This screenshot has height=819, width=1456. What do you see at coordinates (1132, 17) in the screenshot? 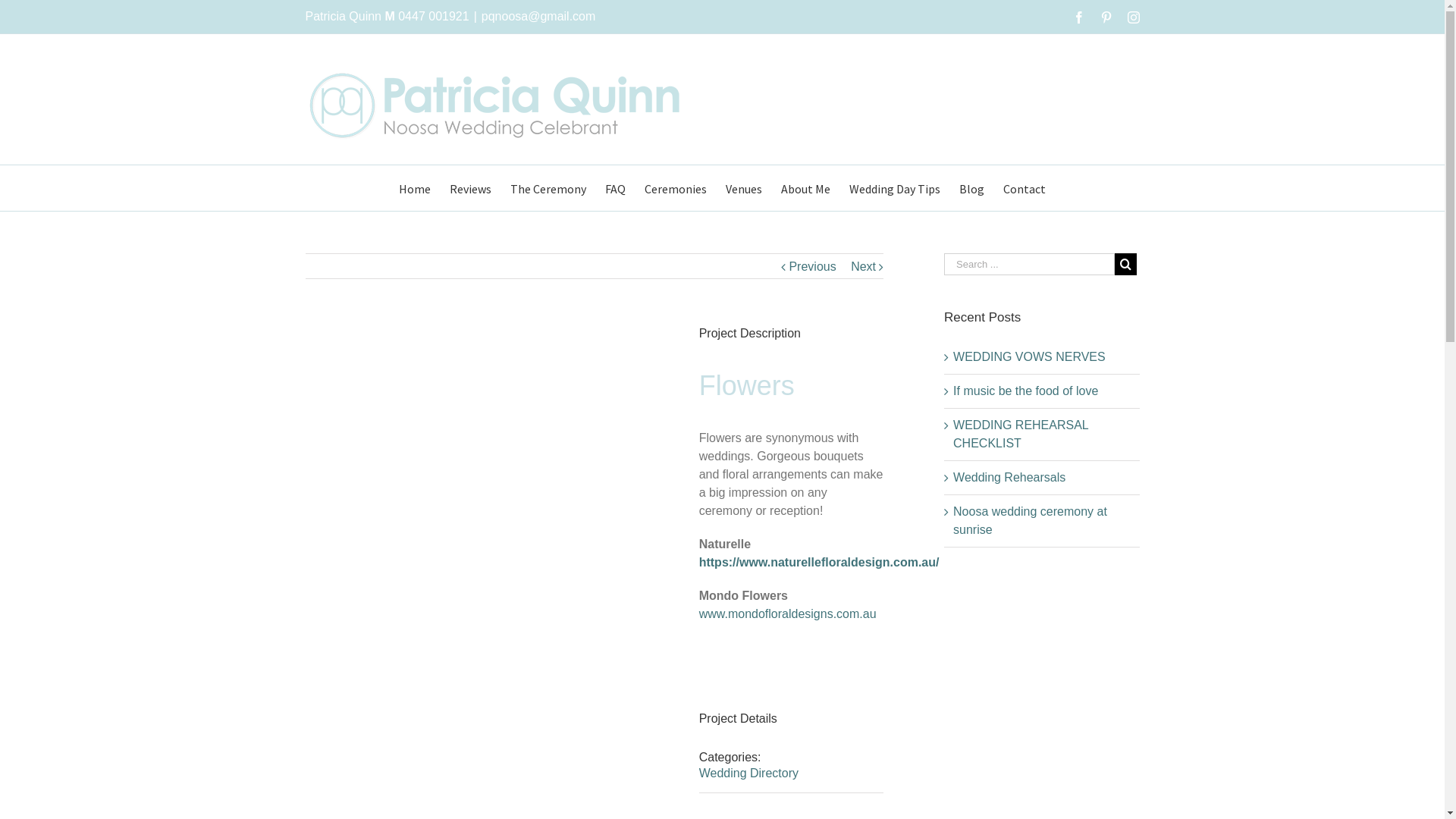
I see `'Instagram'` at bounding box center [1132, 17].